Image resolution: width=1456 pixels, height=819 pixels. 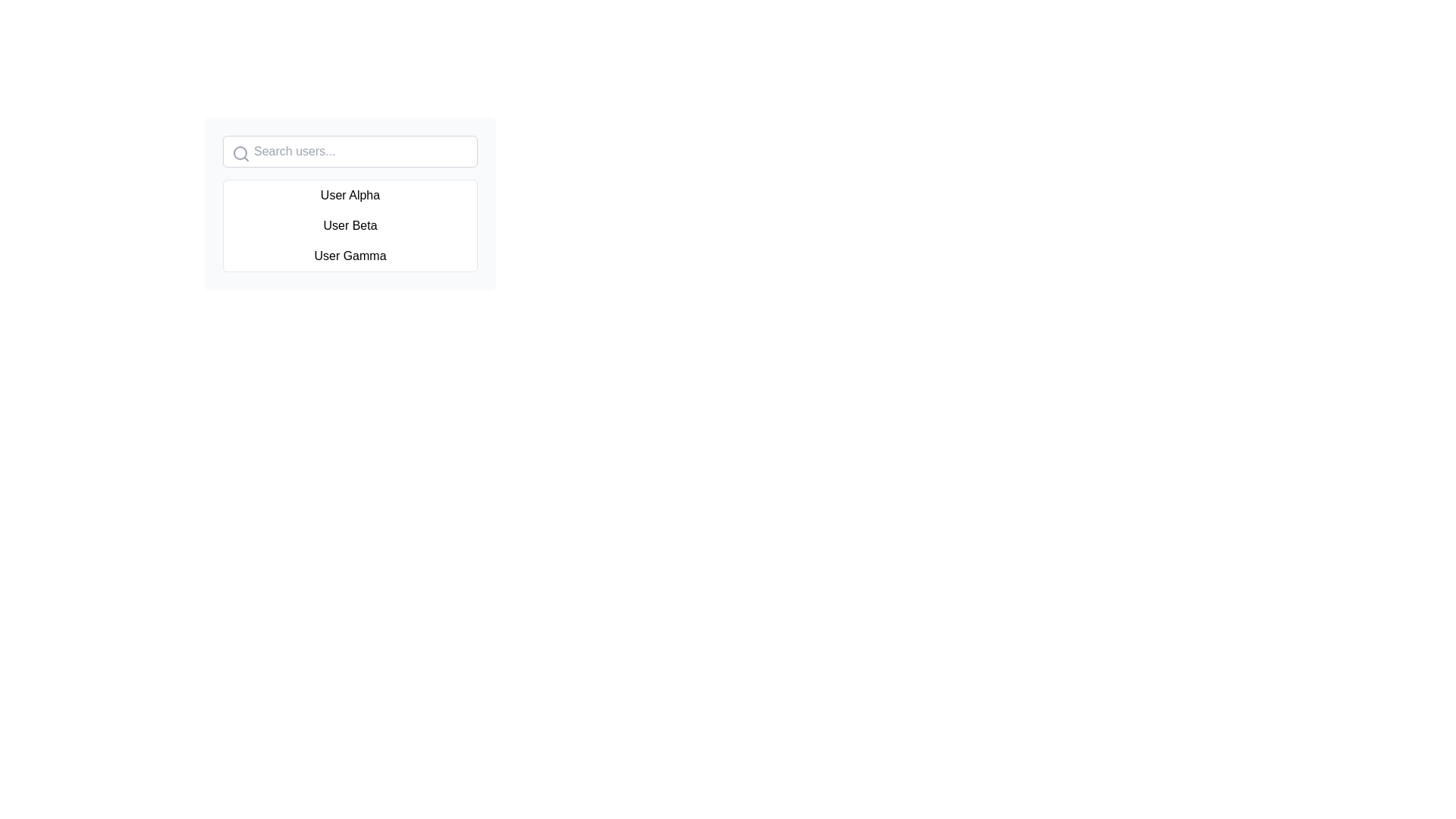 I want to click on the selectable list item labeled 'User Beta', which is the second item in the user options list, to indicate interactivity, so click(x=349, y=225).